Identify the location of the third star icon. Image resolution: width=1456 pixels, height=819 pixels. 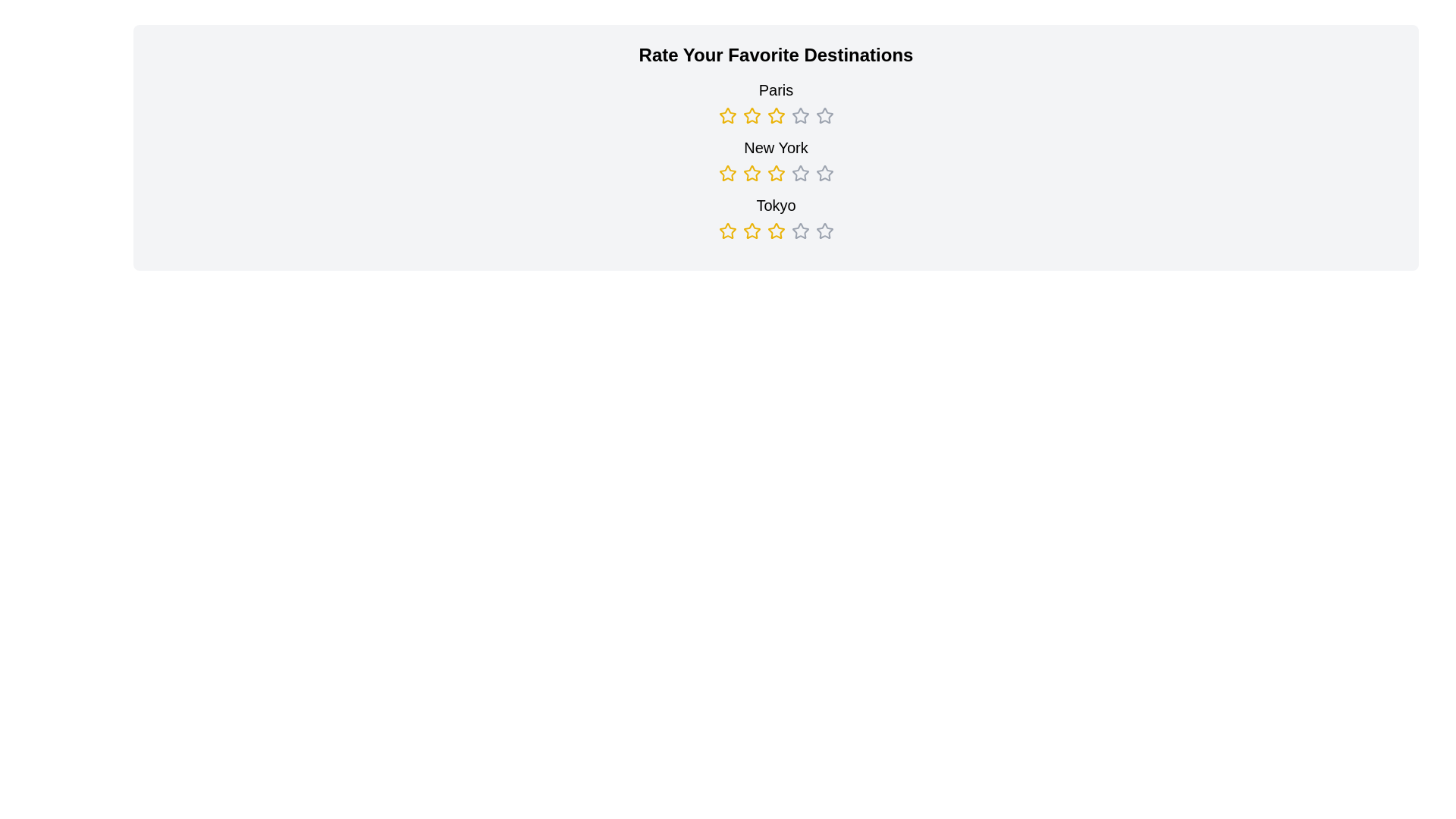
(776, 231).